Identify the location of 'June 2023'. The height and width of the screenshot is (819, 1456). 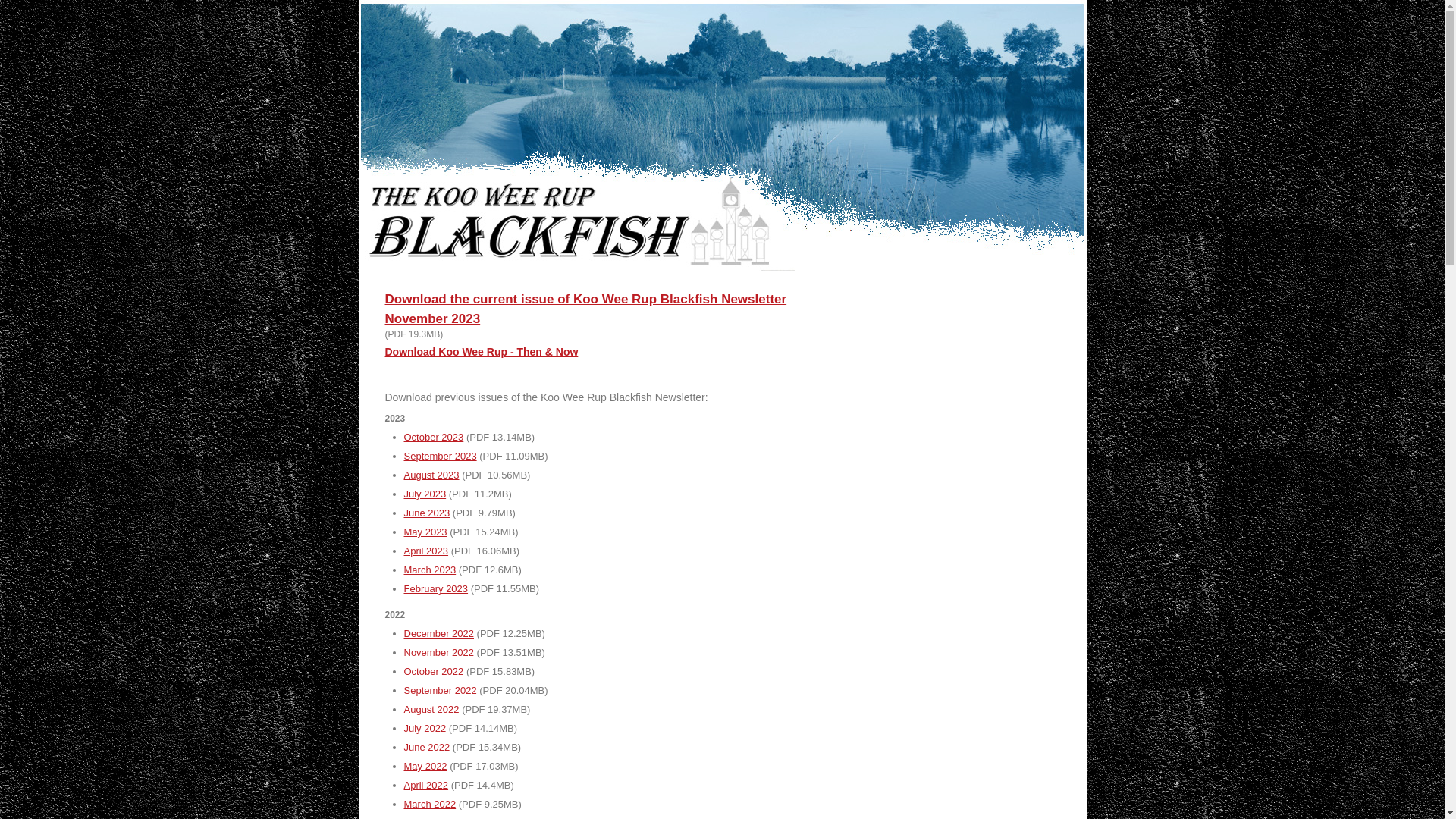
(425, 512).